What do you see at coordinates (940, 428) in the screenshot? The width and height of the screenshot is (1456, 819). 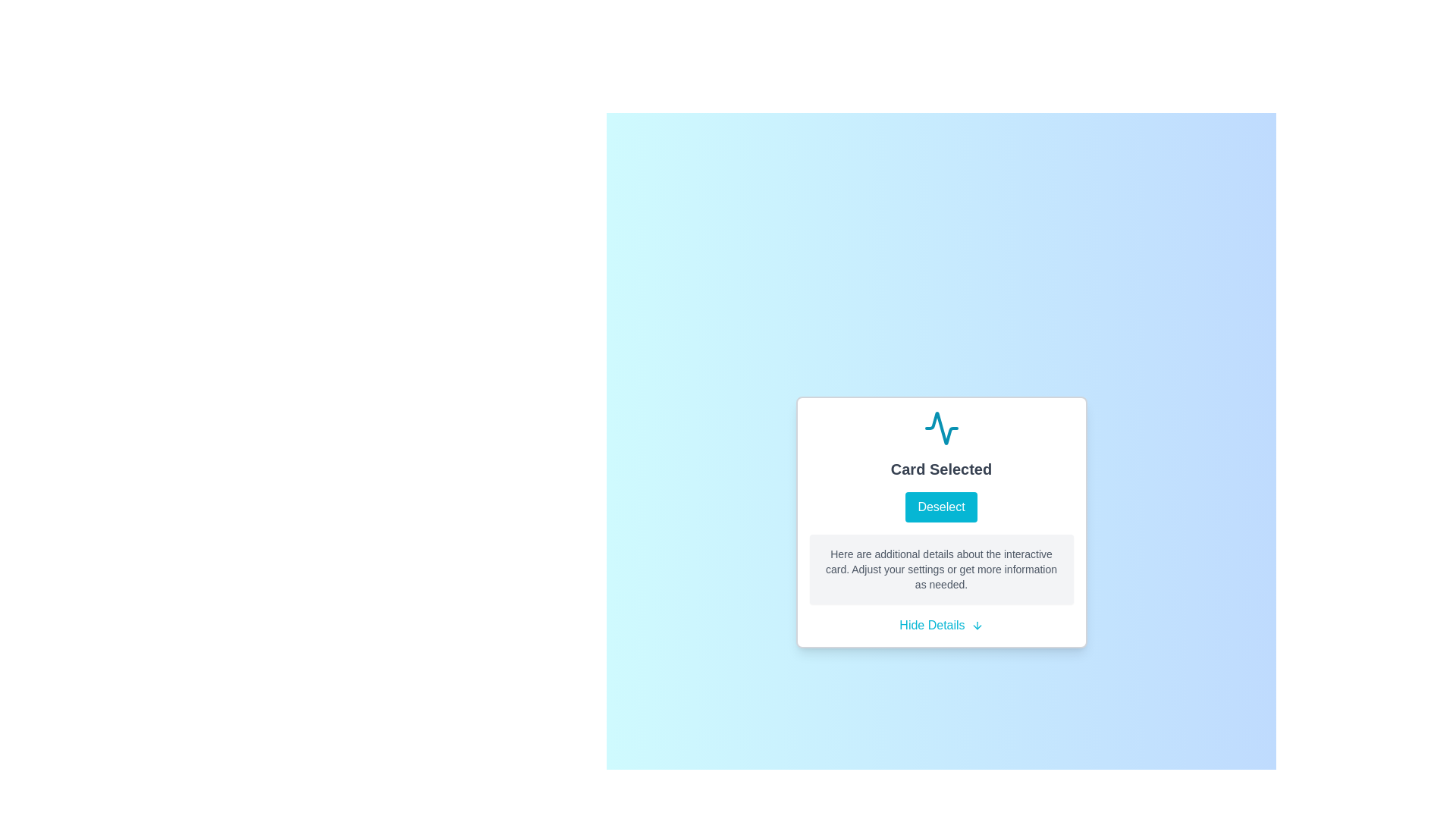 I see `the cyan-colored activity graph icon, which features a distinct waveform-like pattern and is positioned at the top center of the card content labeled 'Card Selected'` at bounding box center [940, 428].